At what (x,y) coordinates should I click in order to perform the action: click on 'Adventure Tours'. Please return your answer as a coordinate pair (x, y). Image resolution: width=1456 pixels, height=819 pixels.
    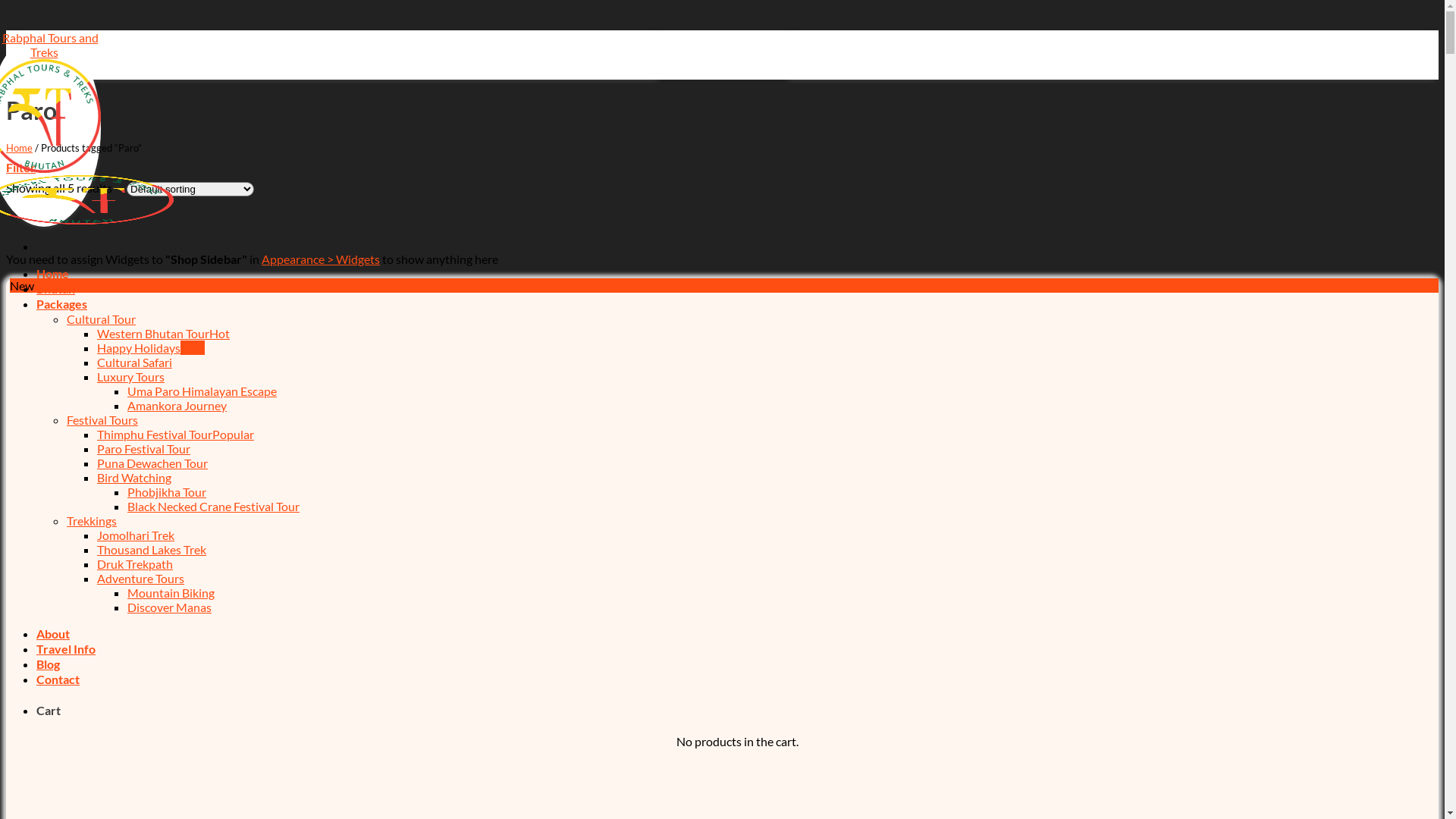
    Looking at the image, I should click on (96, 578).